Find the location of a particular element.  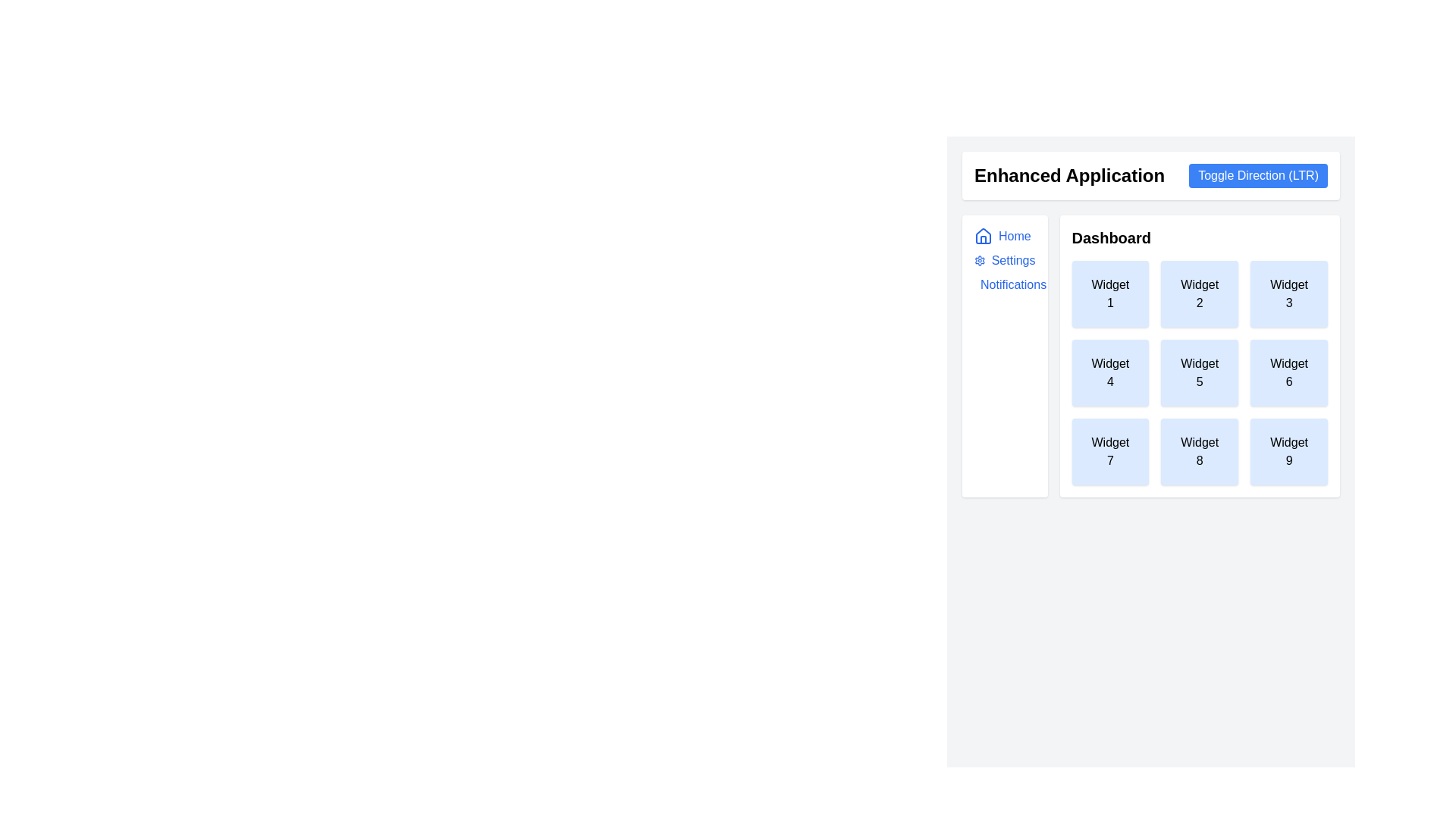

the 'Widget 7' button located in the third row, first column of the grid layout is located at coordinates (1110, 451).